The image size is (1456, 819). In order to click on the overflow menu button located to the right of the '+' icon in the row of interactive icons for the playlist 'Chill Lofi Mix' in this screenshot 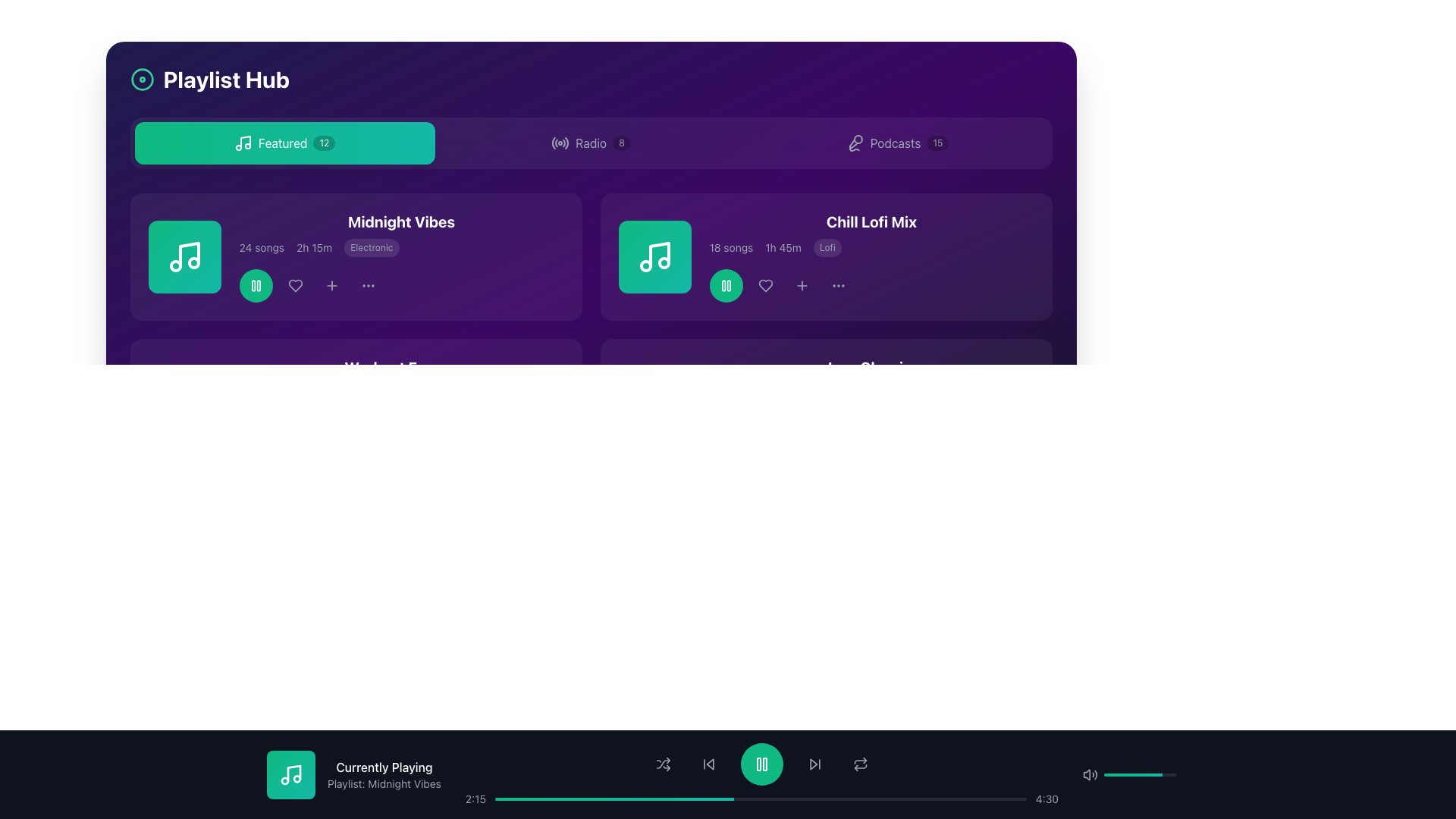, I will do `click(837, 286)`.